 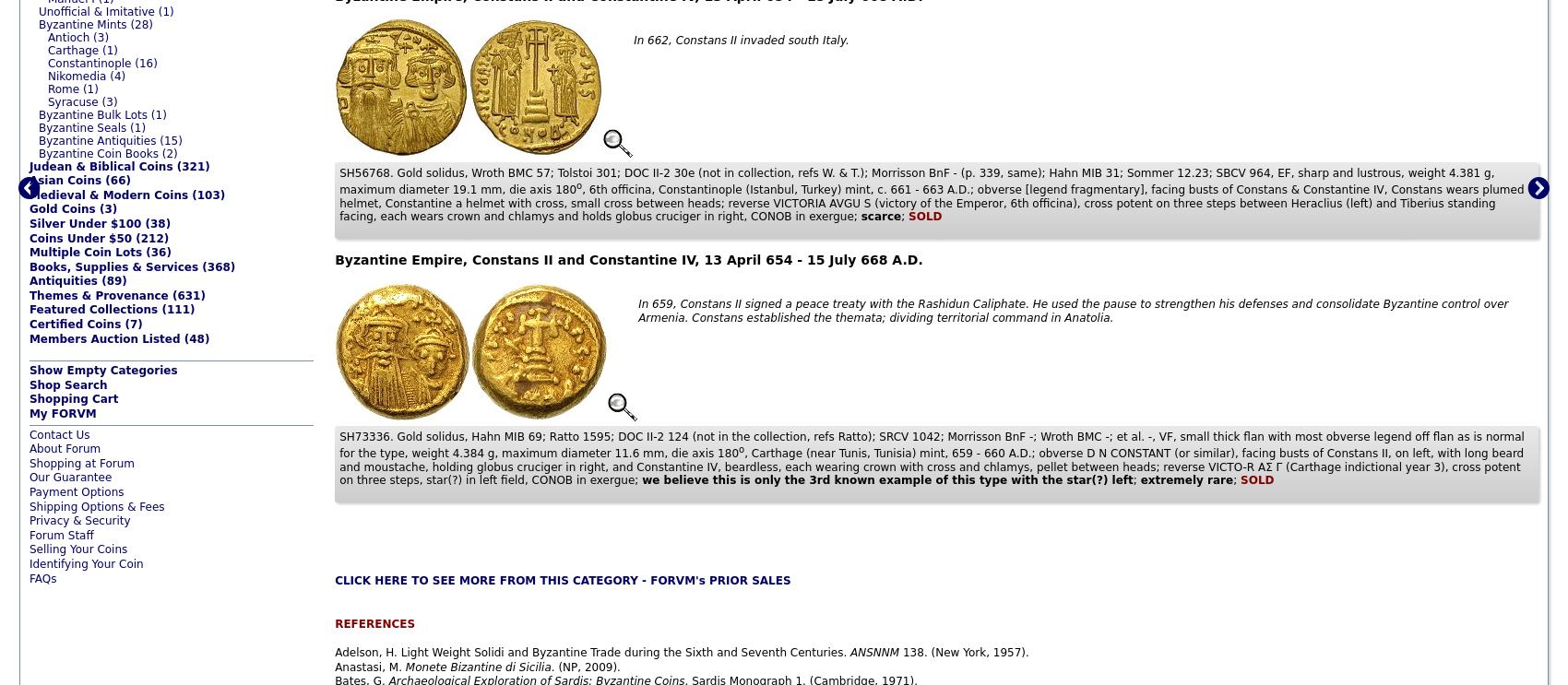 What do you see at coordinates (55, 592) in the screenshot?
I see `'zoom.asp'` at bounding box center [55, 592].